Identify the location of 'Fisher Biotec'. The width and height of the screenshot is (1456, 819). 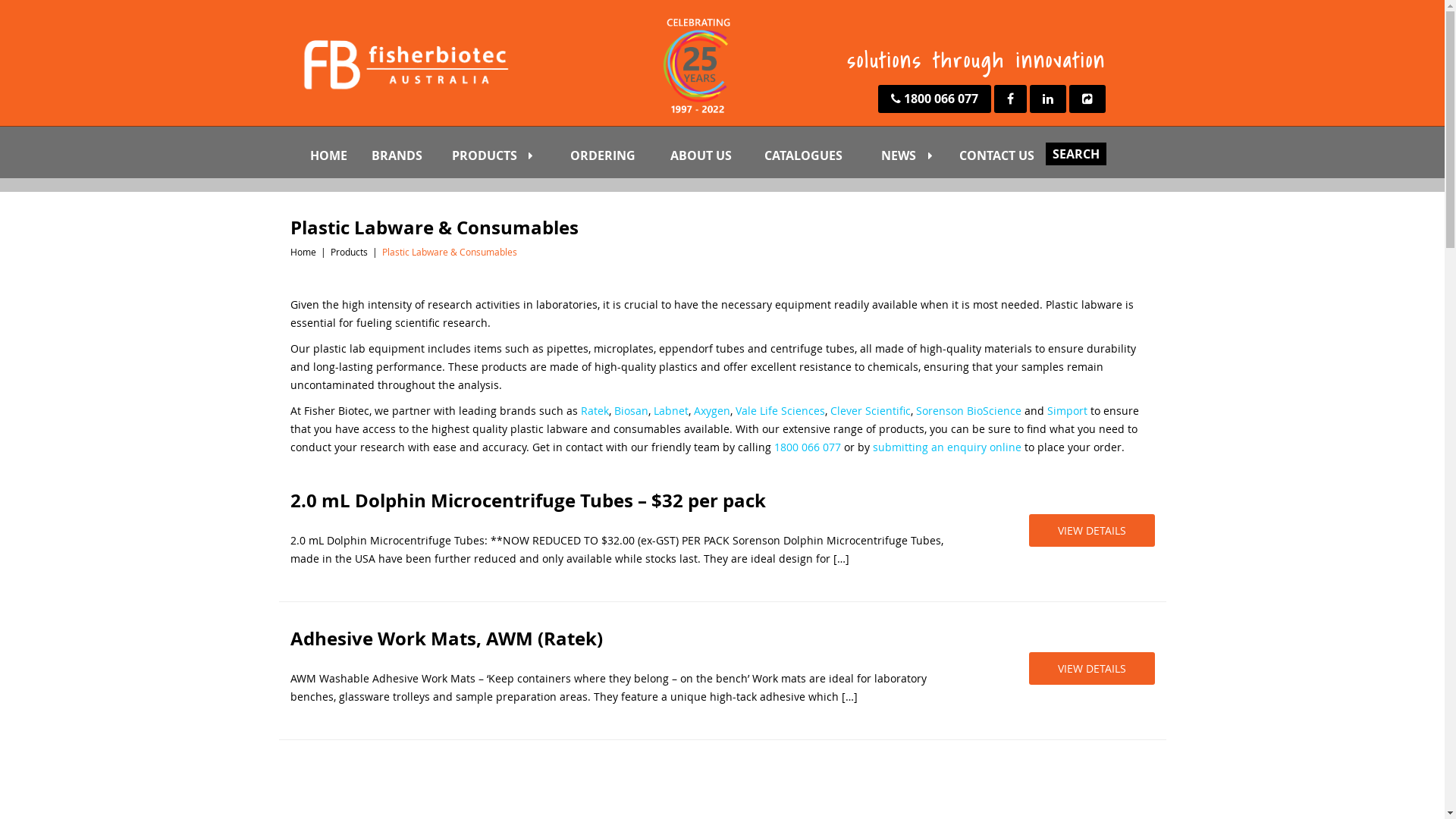
(403, 62).